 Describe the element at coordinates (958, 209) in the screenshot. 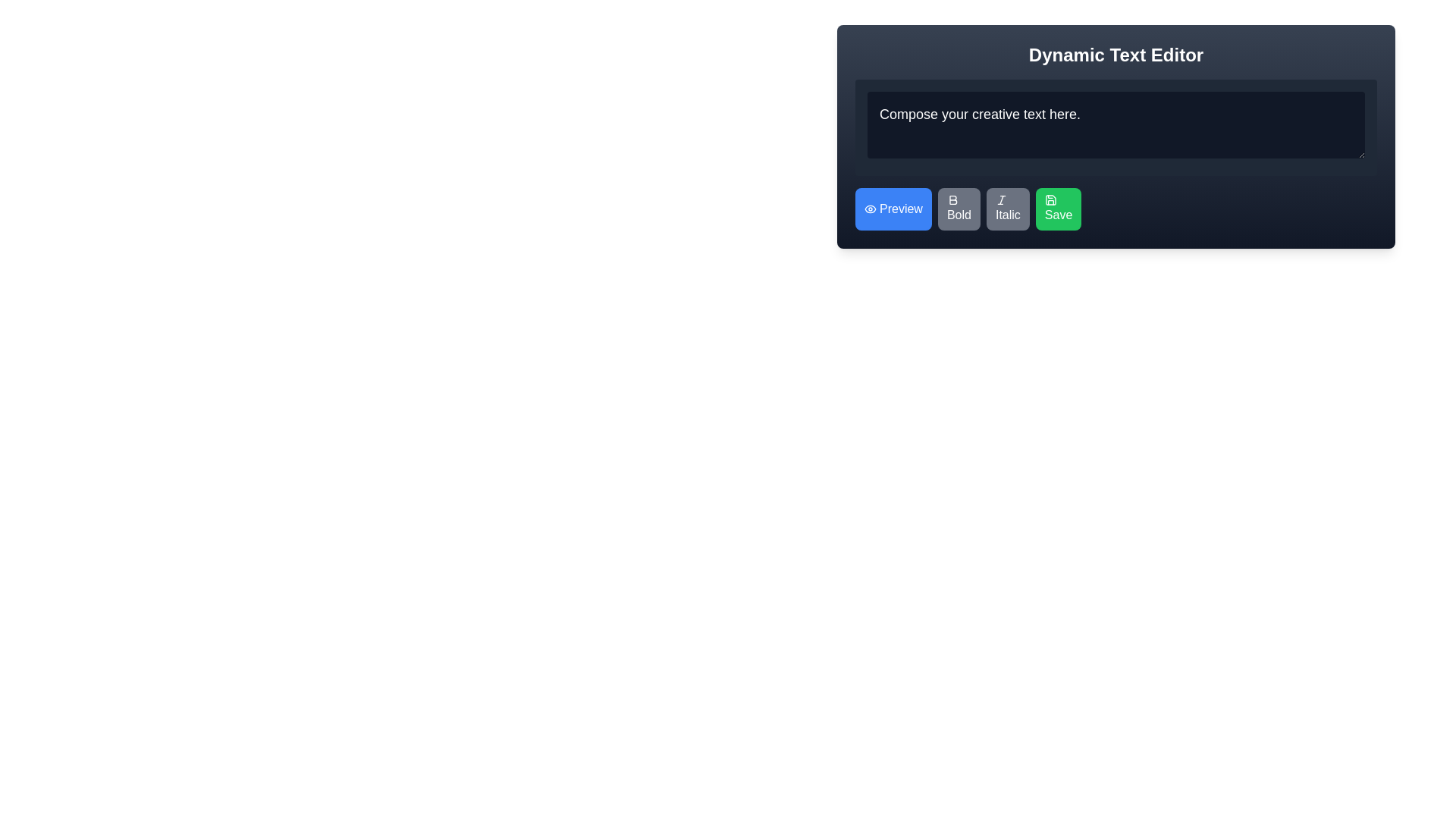

I see `the bold formatting button, which is the second button in a row of four buttons located below the dark text editing area, to observe the color change` at that location.